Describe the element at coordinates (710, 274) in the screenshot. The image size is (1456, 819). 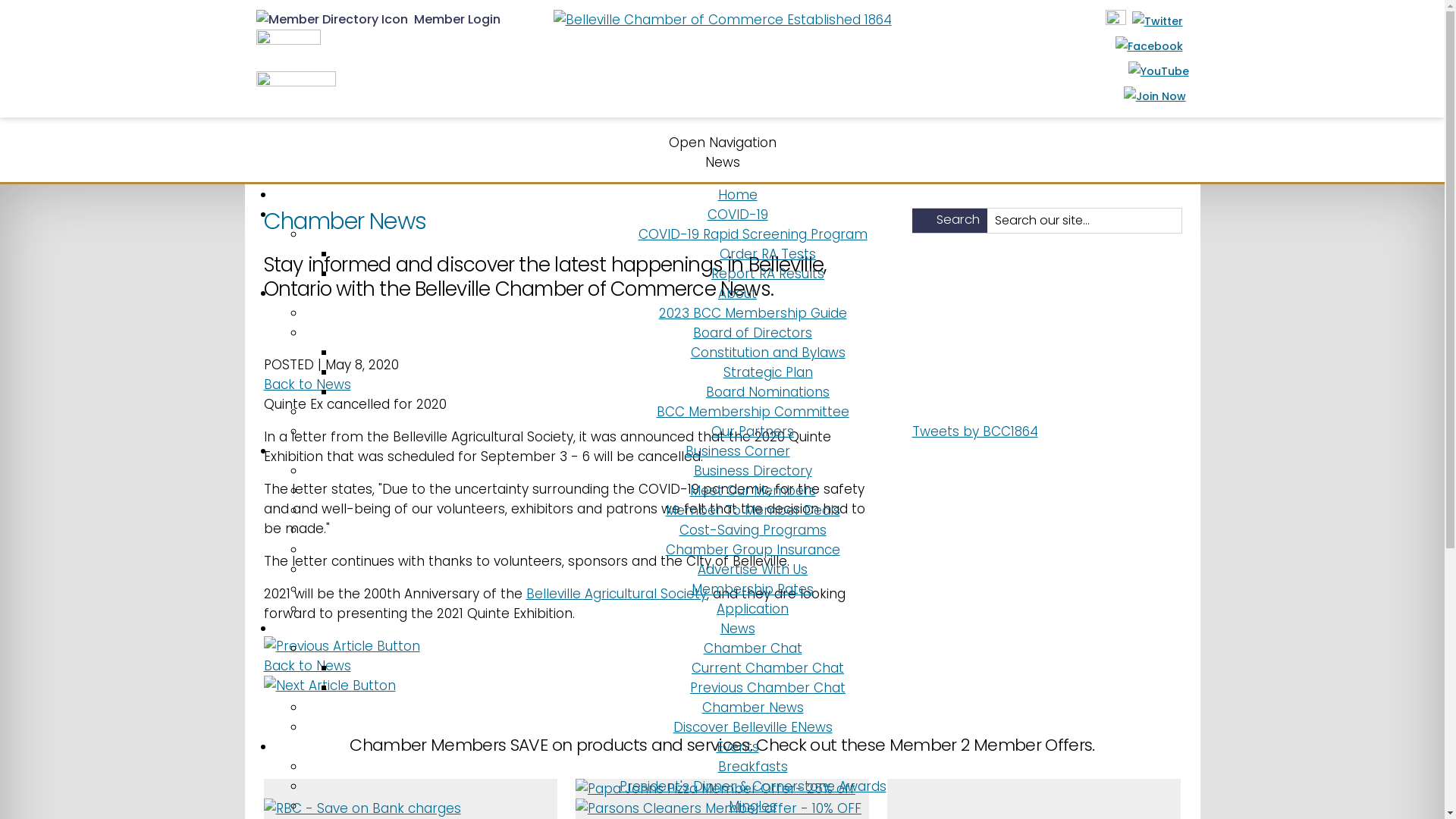
I see `'Report RA Results'` at that location.